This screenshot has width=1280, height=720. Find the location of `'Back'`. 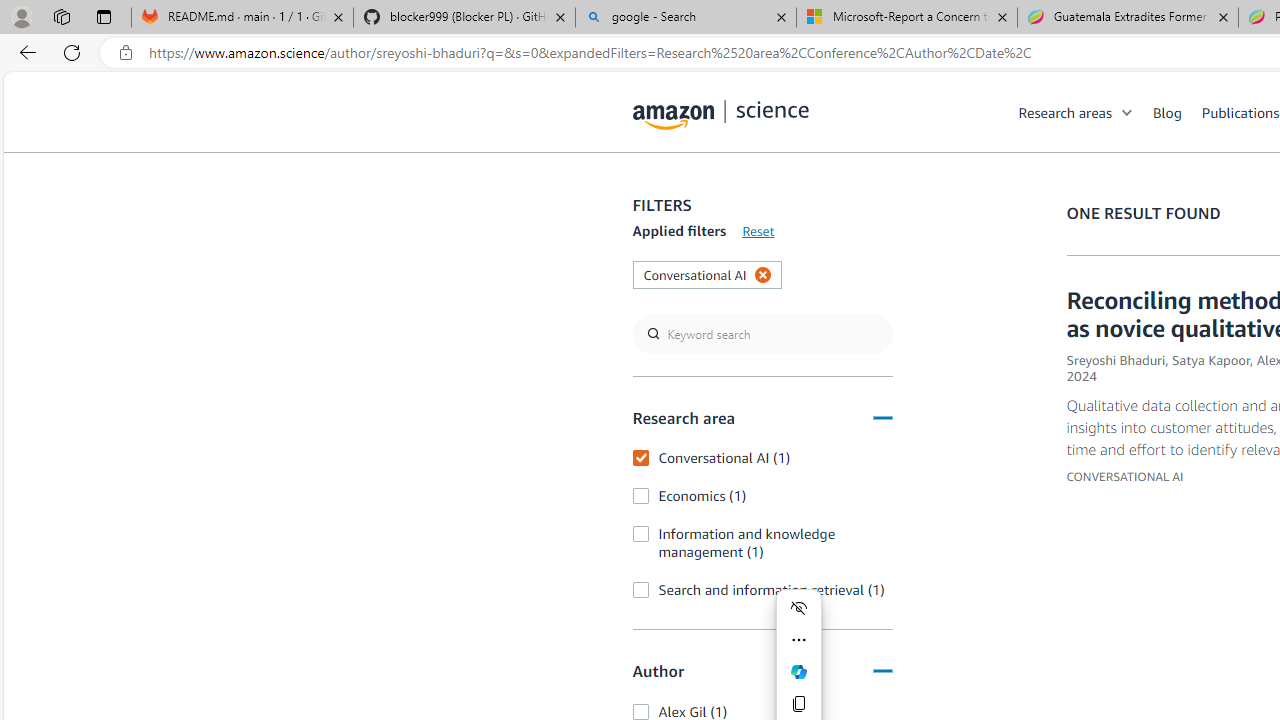

'Back' is located at coordinates (24, 51).